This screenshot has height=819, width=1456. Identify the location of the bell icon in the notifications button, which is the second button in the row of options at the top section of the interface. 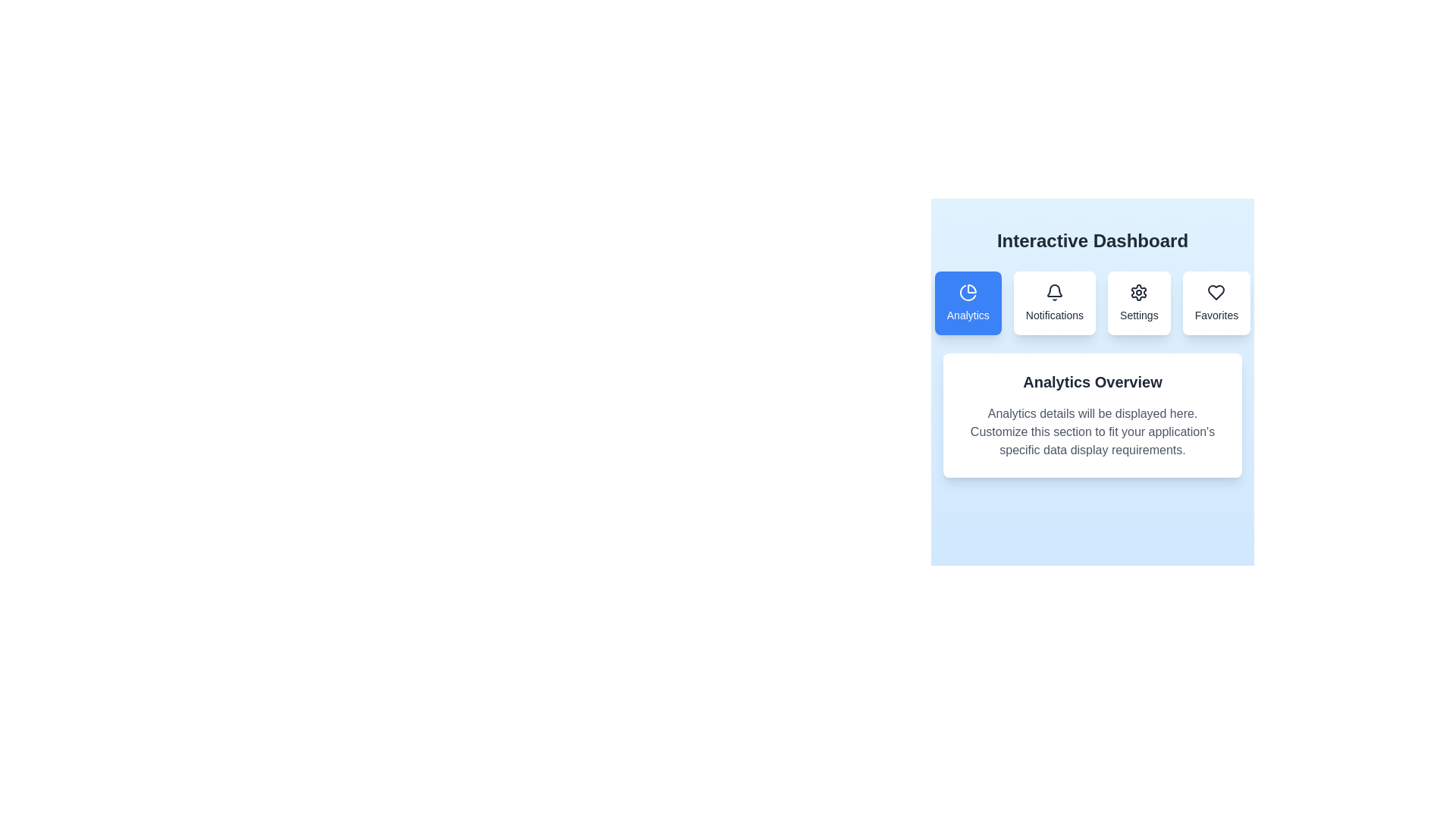
(1053, 292).